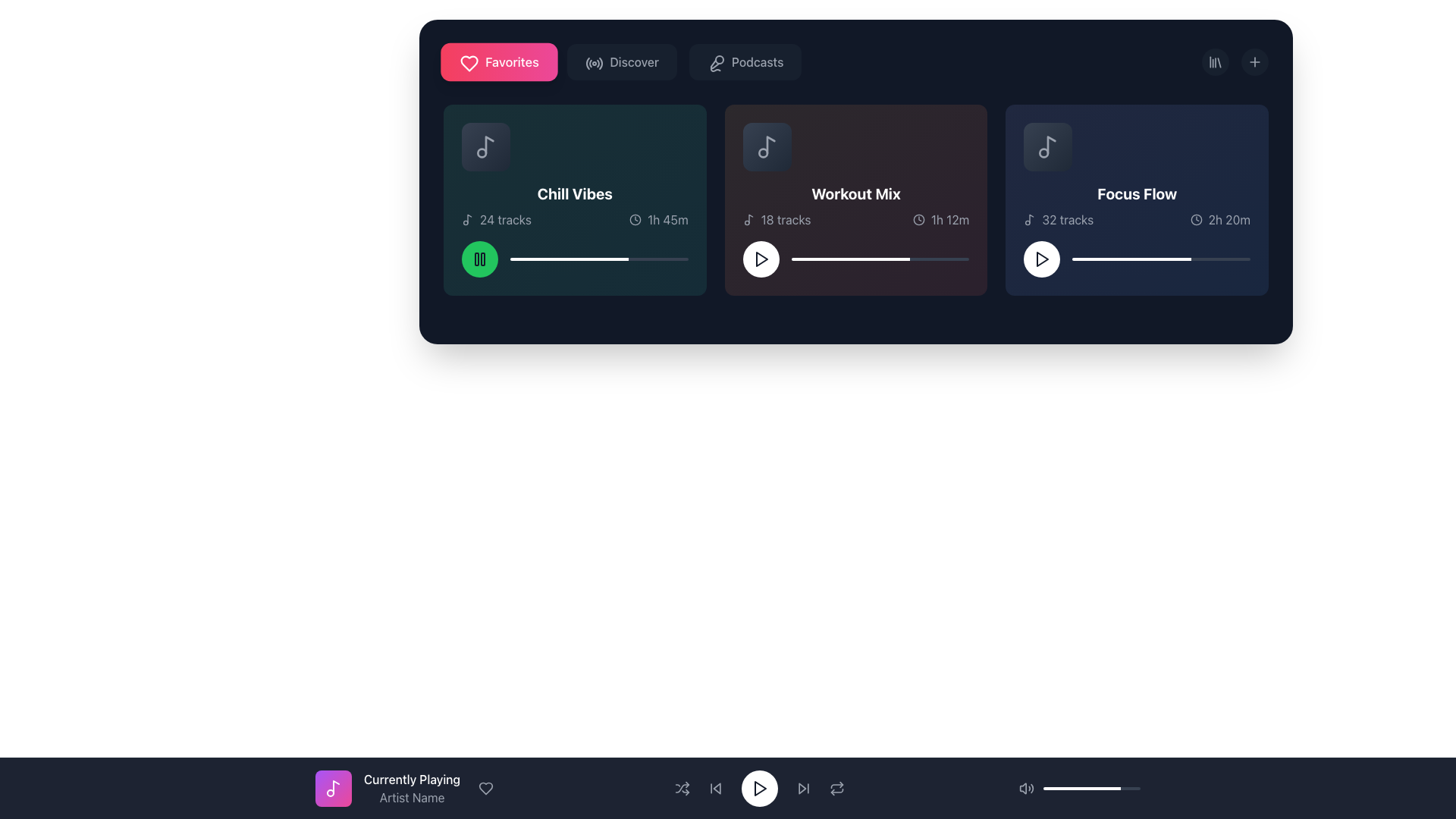  Describe the element at coordinates (1117, 259) in the screenshot. I see `the slider position` at that location.